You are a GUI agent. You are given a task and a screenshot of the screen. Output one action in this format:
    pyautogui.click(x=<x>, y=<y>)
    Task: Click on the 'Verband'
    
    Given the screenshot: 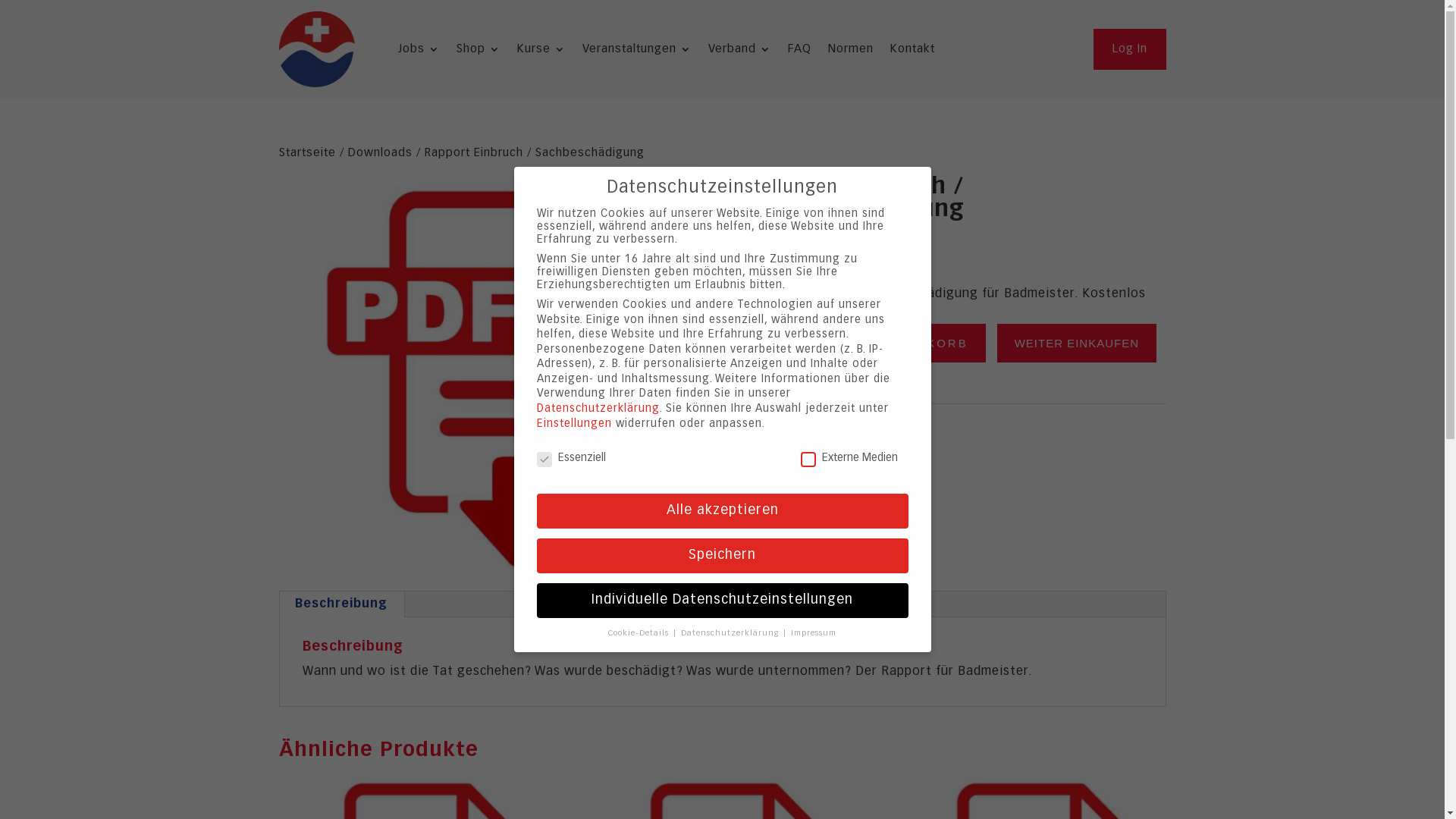 What is the action you would take?
    pyautogui.click(x=708, y=52)
    